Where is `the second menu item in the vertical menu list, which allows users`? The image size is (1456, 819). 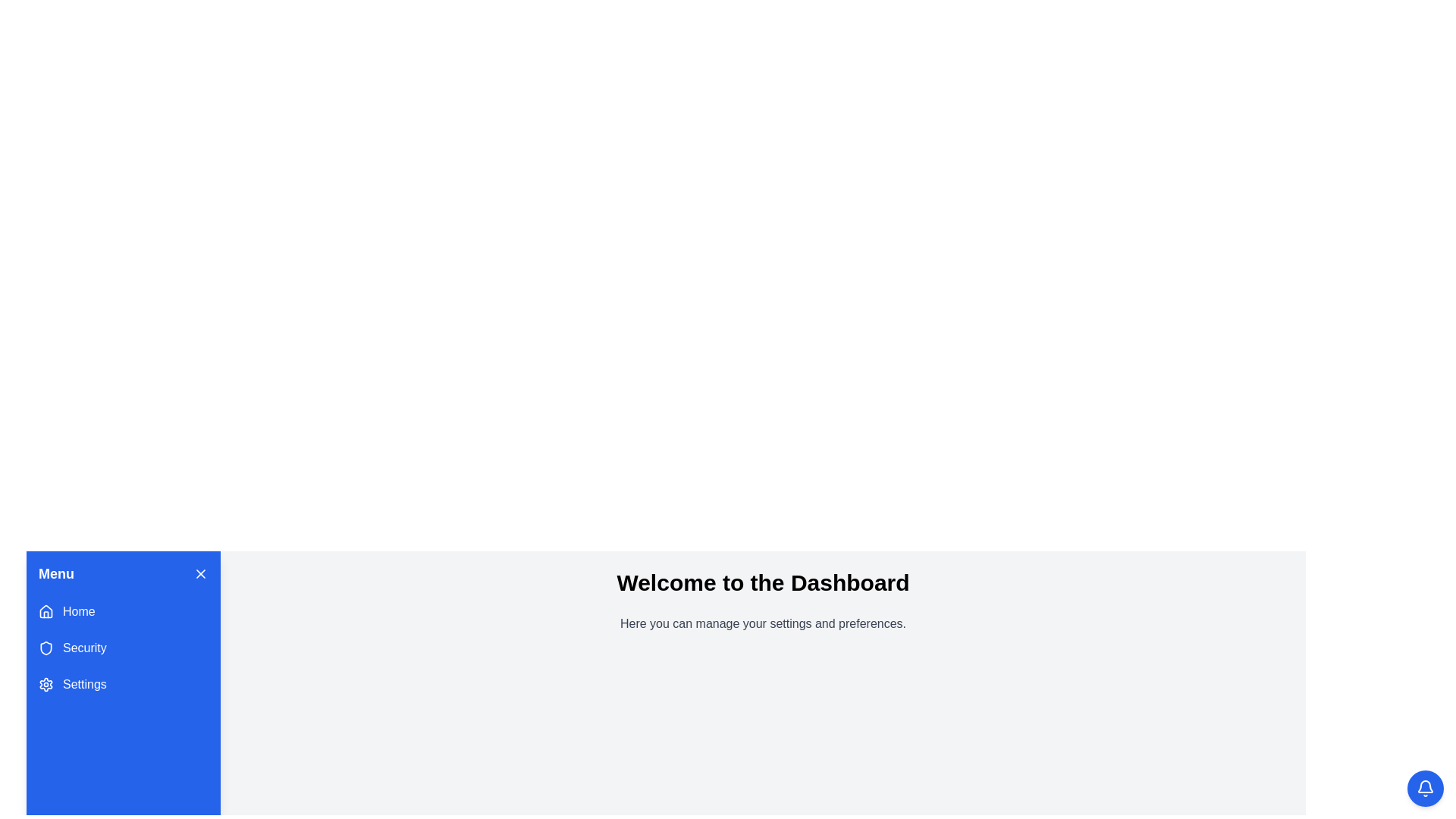
the second menu item in the vertical menu list, which allows users is located at coordinates (124, 648).